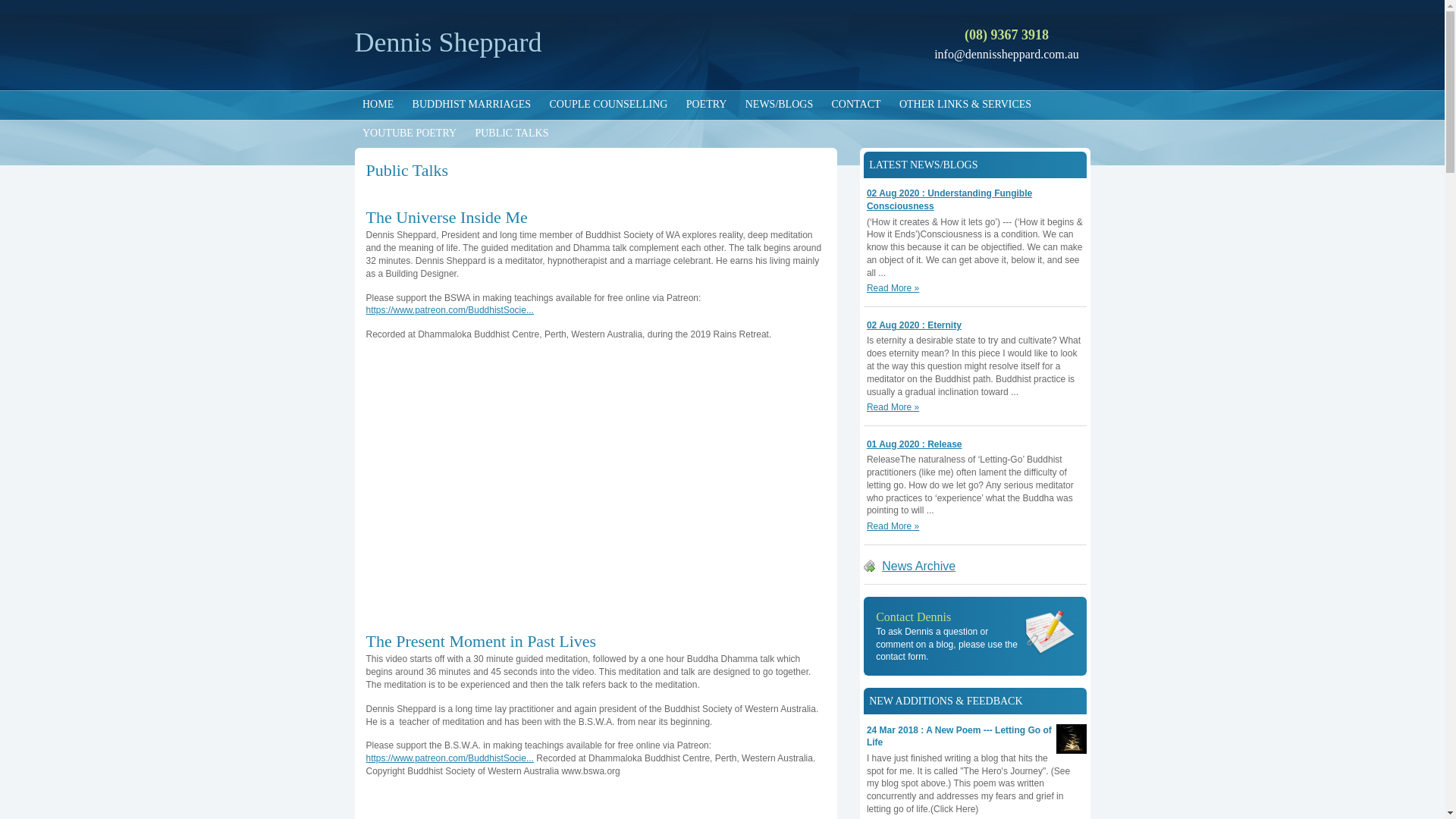 Image resolution: width=1456 pixels, height=819 pixels. What do you see at coordinates (353, 42) in the screenshot?
I see `'Dennis Sheppard'` at bounding box center [353, 42].